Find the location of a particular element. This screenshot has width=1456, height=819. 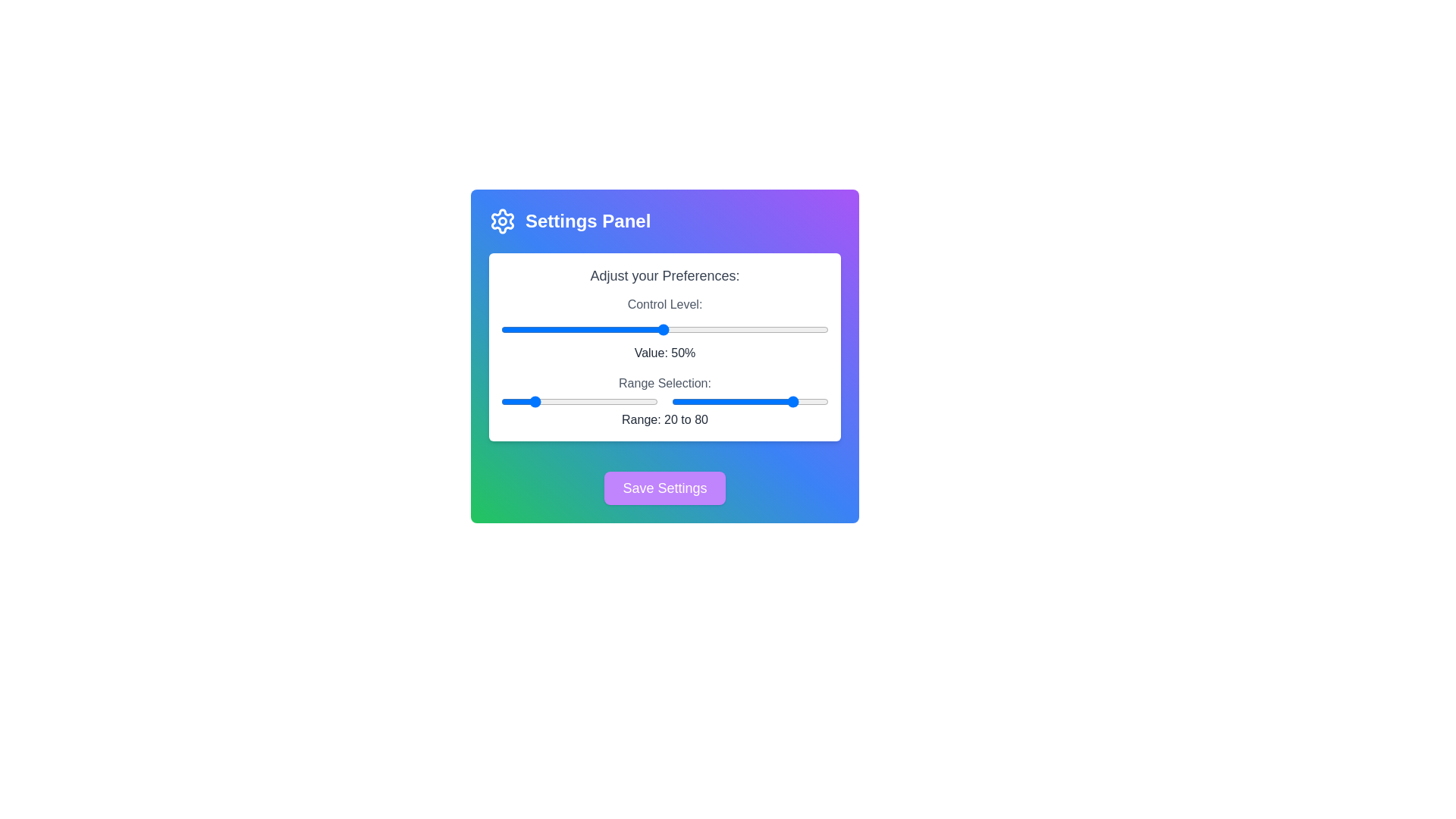

the gear icon located in the header section of the settings panel is located at coordinates (502, 221).